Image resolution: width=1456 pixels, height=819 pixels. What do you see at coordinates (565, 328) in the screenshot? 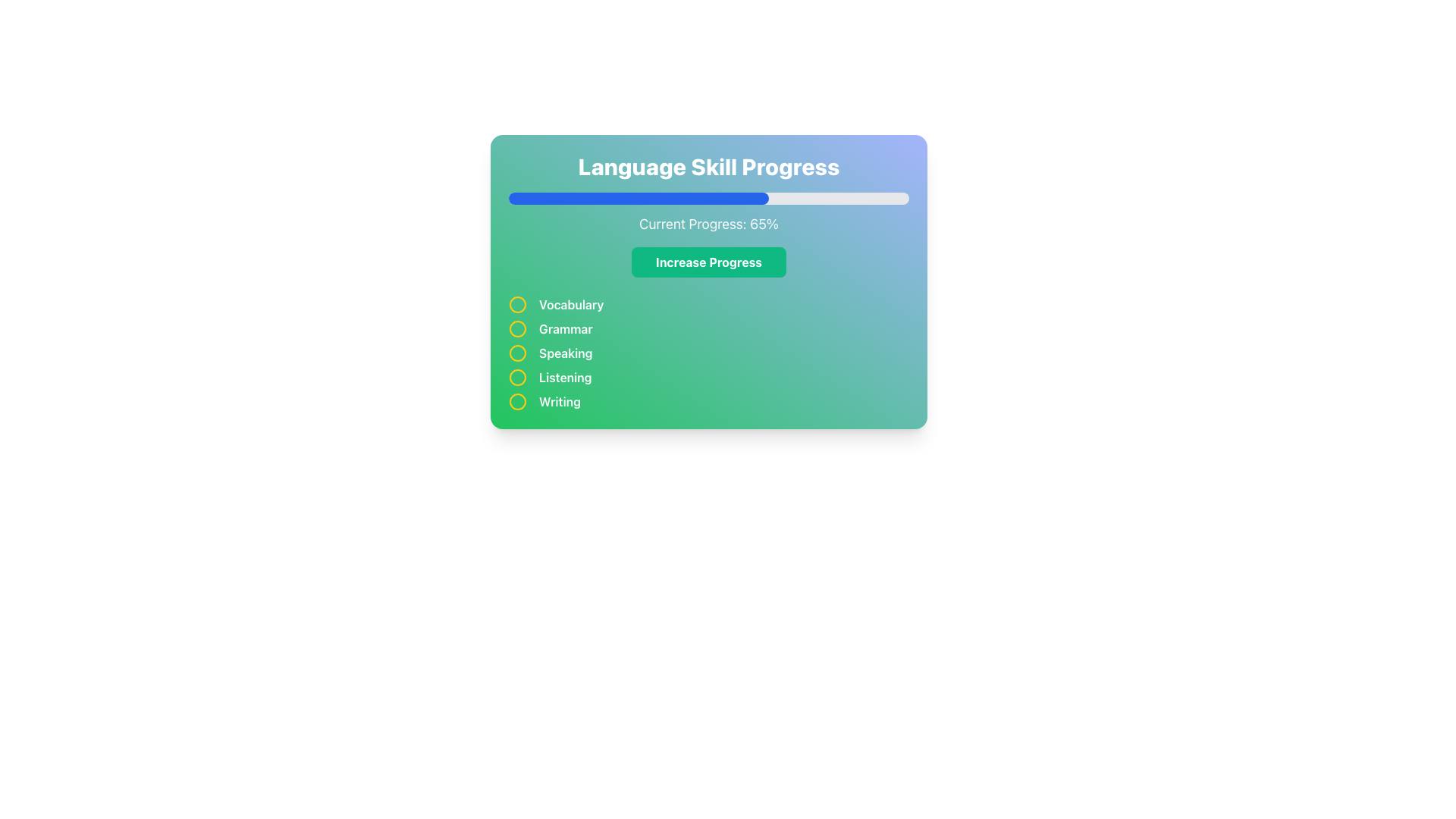
I see `the second label in the vertical list, which is positioned below 'Vocabulary' and above 'Speaking'` at bounding box center [565, 328].